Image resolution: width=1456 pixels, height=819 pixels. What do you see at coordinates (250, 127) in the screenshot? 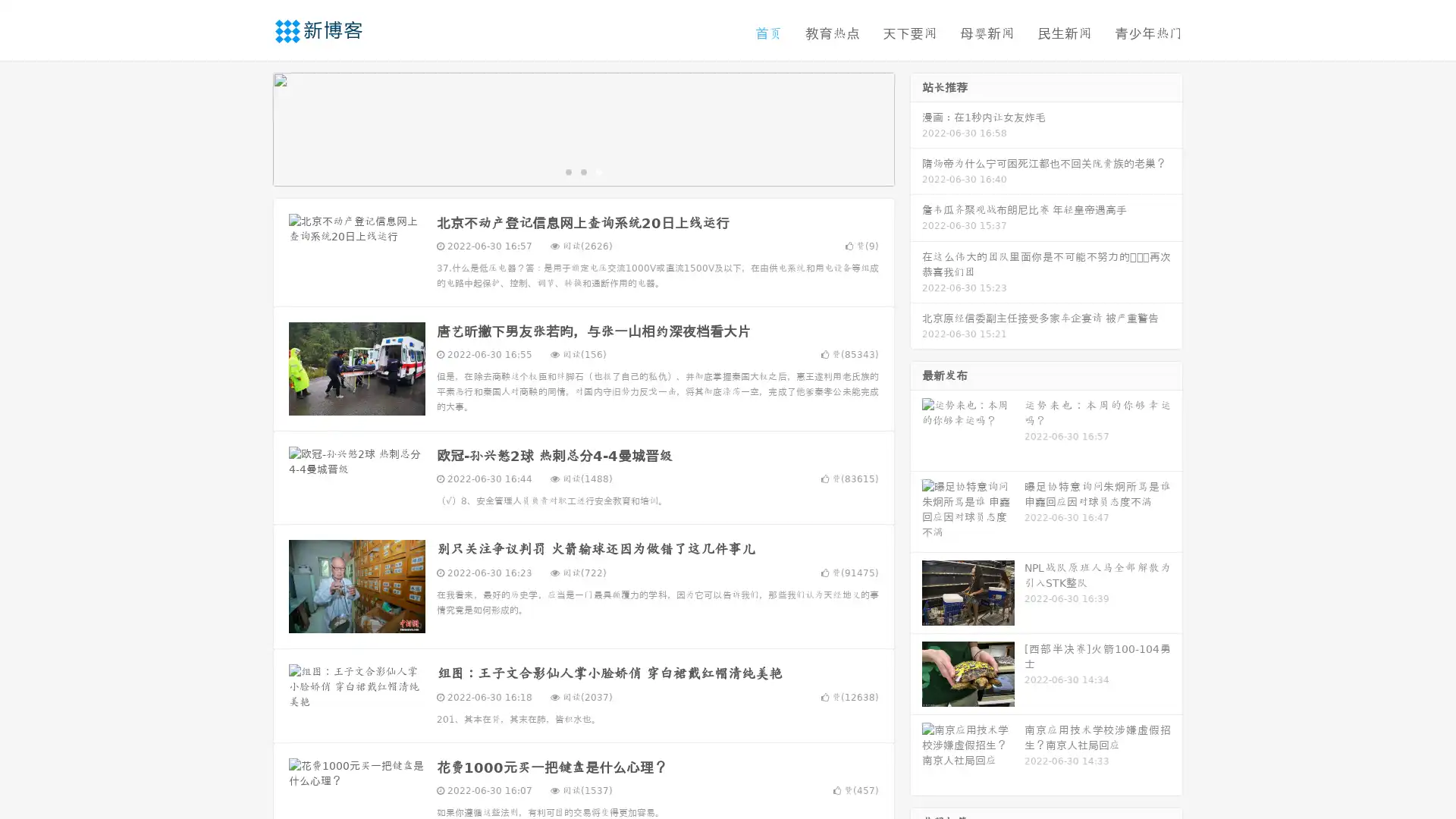
I see `Previous slide` at bounding box center [250, 127].